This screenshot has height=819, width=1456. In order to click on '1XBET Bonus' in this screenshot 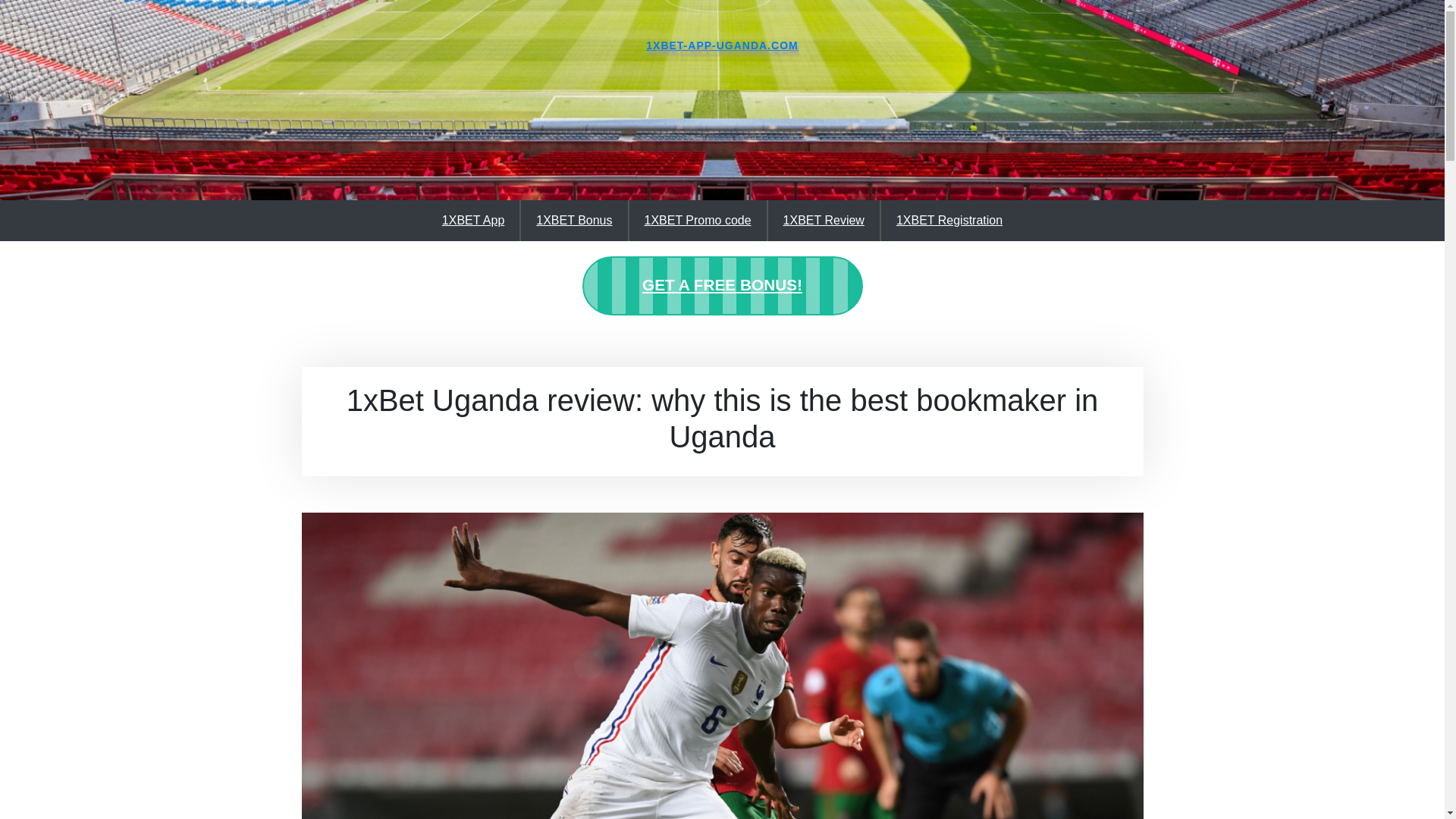, I will do `click(573, 220)`.